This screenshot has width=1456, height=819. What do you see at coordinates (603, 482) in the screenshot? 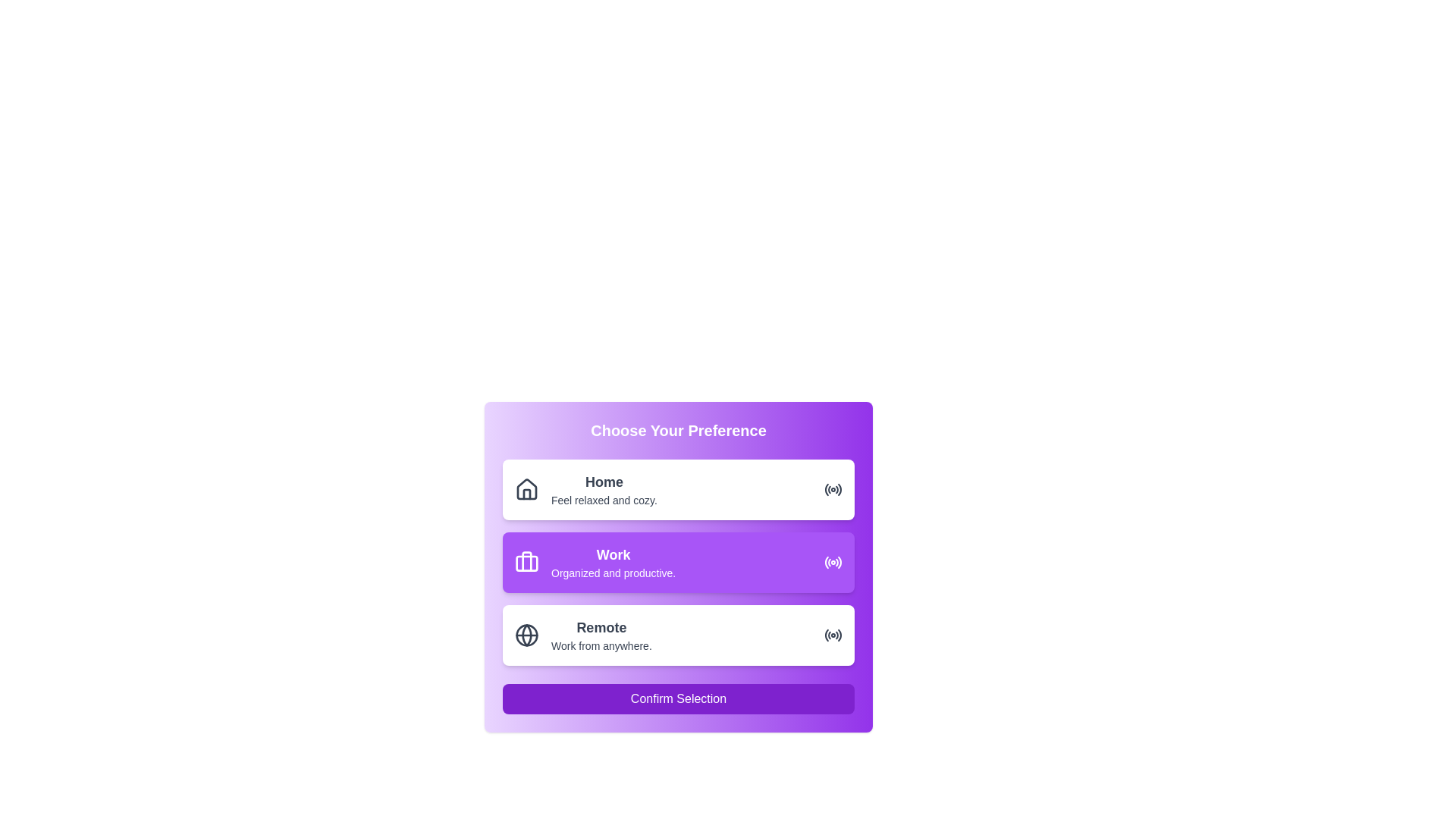
I see `the 'Home' static text label which is displayed in bold and slightly larger font at the top of the category card labeled 'Home Feel relaxed and cozy.'` at bounding box center [603, 482].